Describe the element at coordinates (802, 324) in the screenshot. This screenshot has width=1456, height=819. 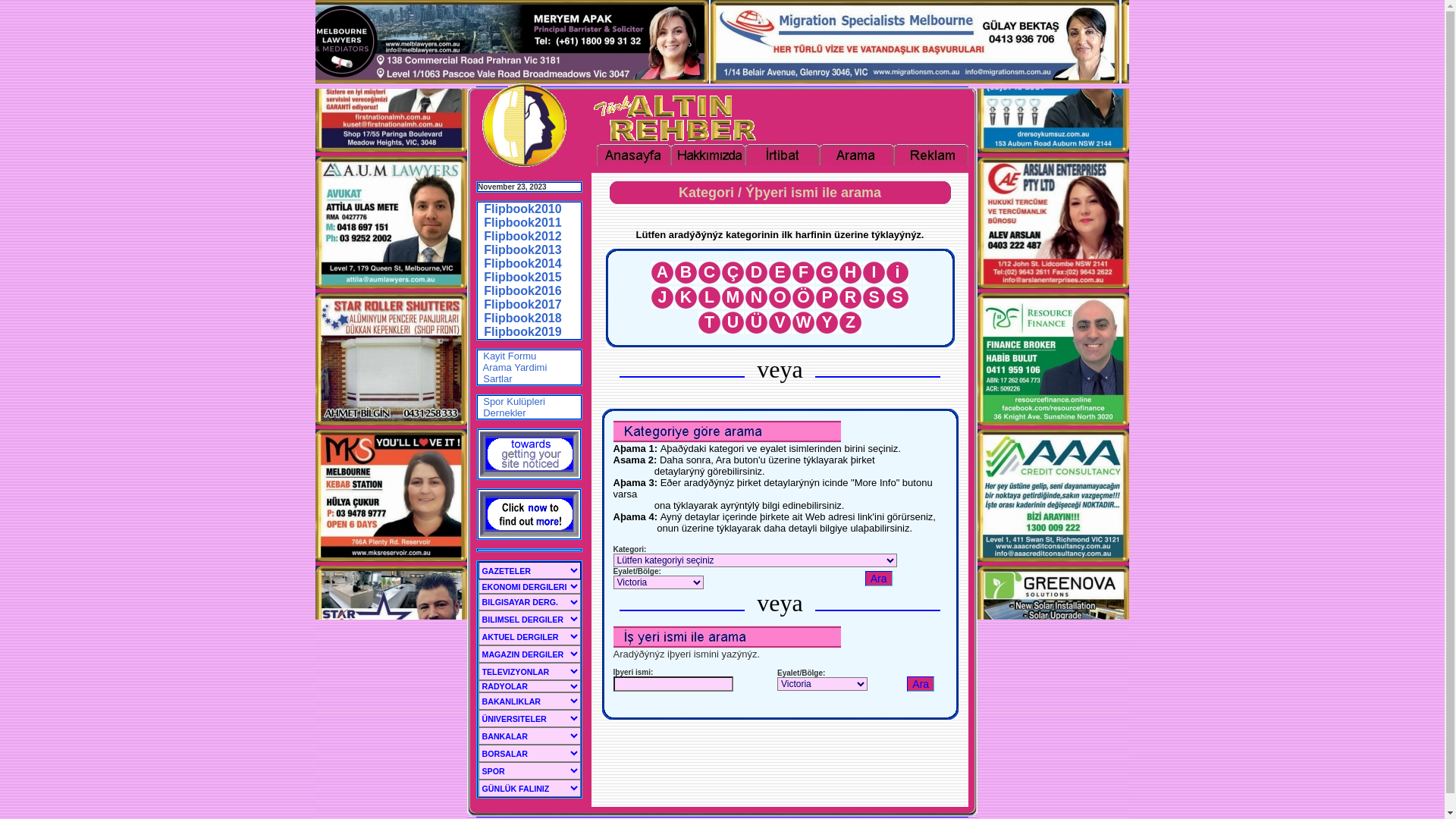
I see `'W'` at that location.